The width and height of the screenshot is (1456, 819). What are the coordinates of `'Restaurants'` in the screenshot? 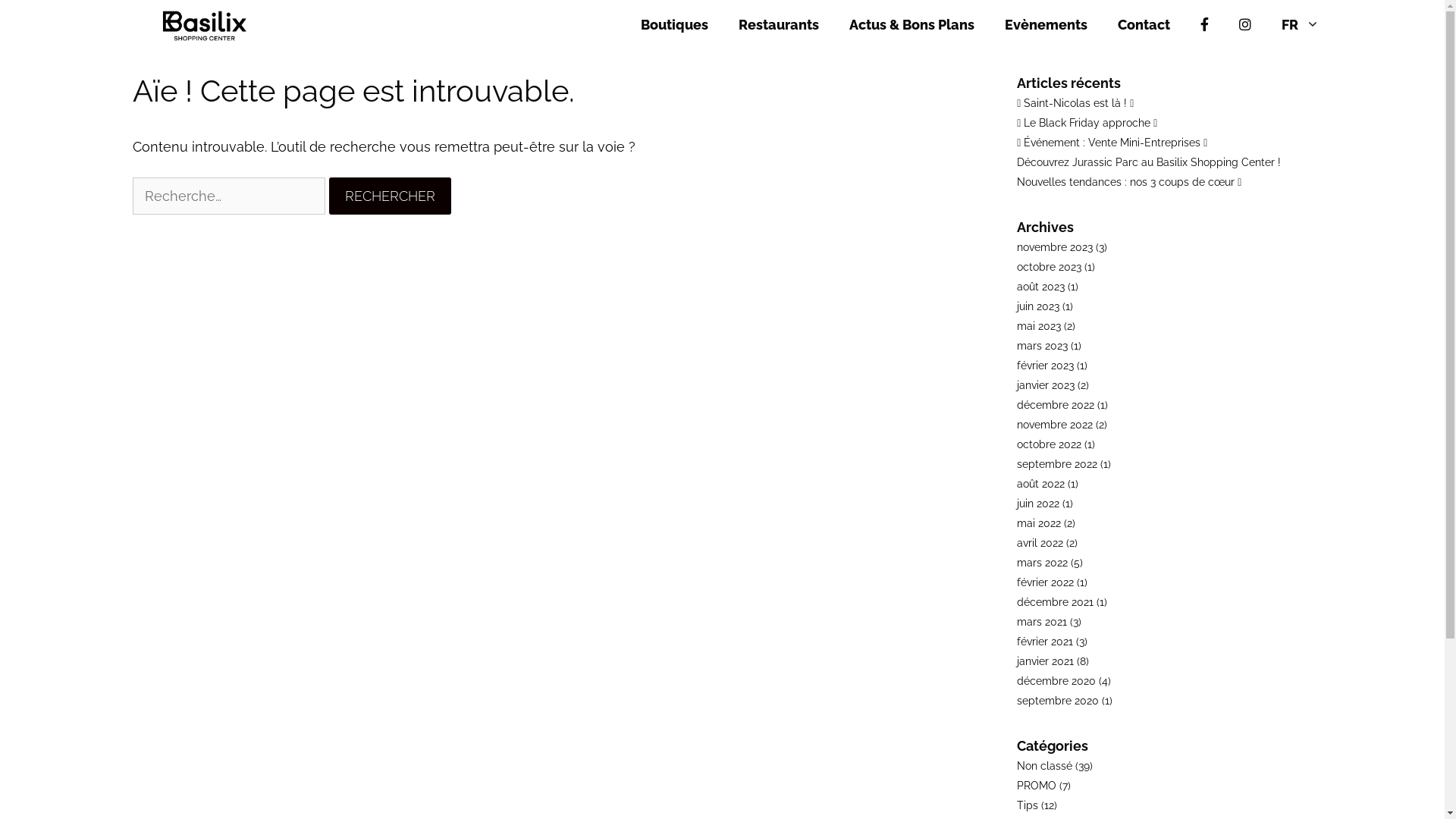 It's located at (779, 25).